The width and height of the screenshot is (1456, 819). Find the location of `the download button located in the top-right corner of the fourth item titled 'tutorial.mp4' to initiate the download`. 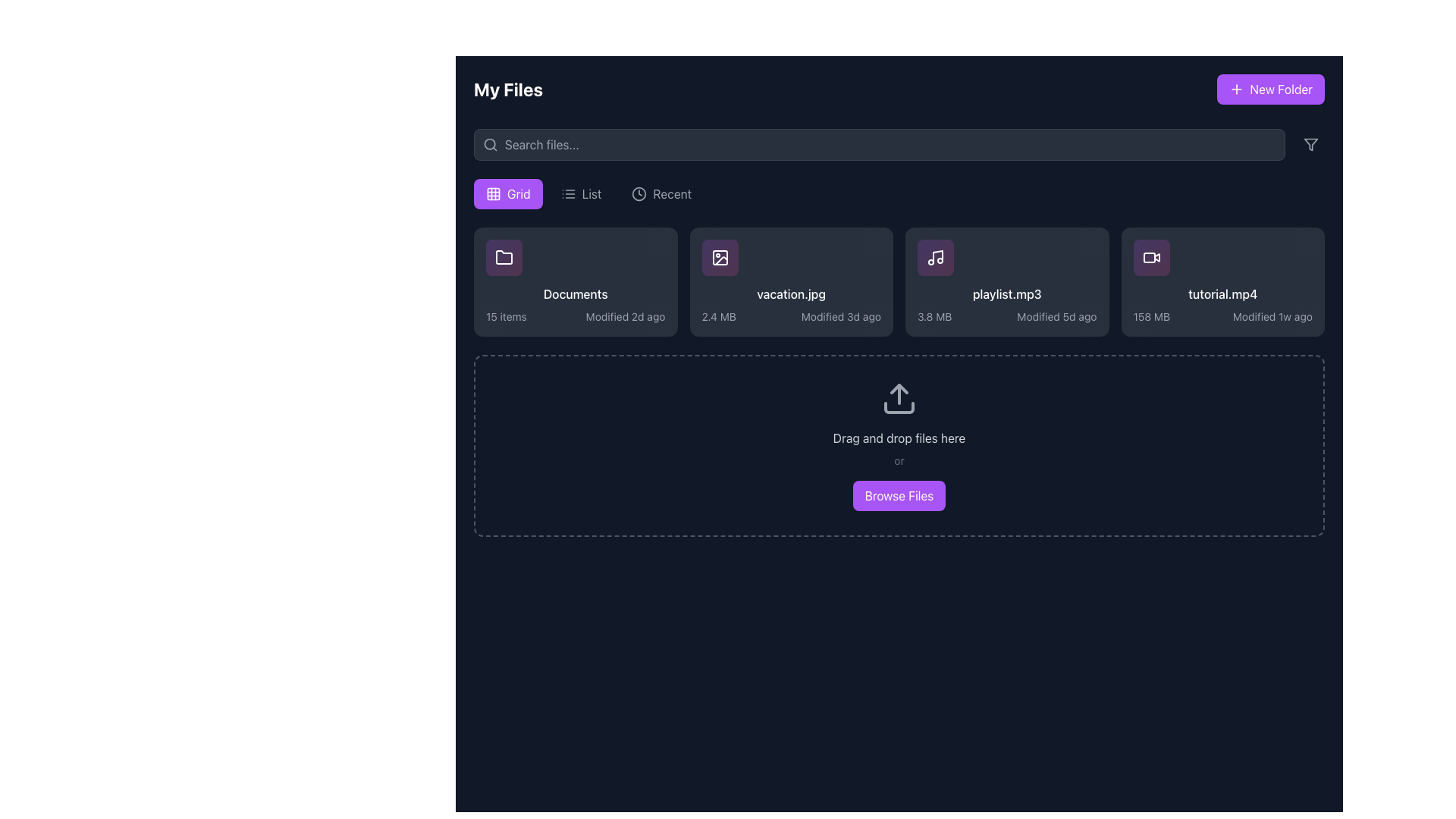

the download button located in the top-right corner of the fourth item titled 'tutorial.mp4' to initiate the download is located at coordinates (1185, 281).